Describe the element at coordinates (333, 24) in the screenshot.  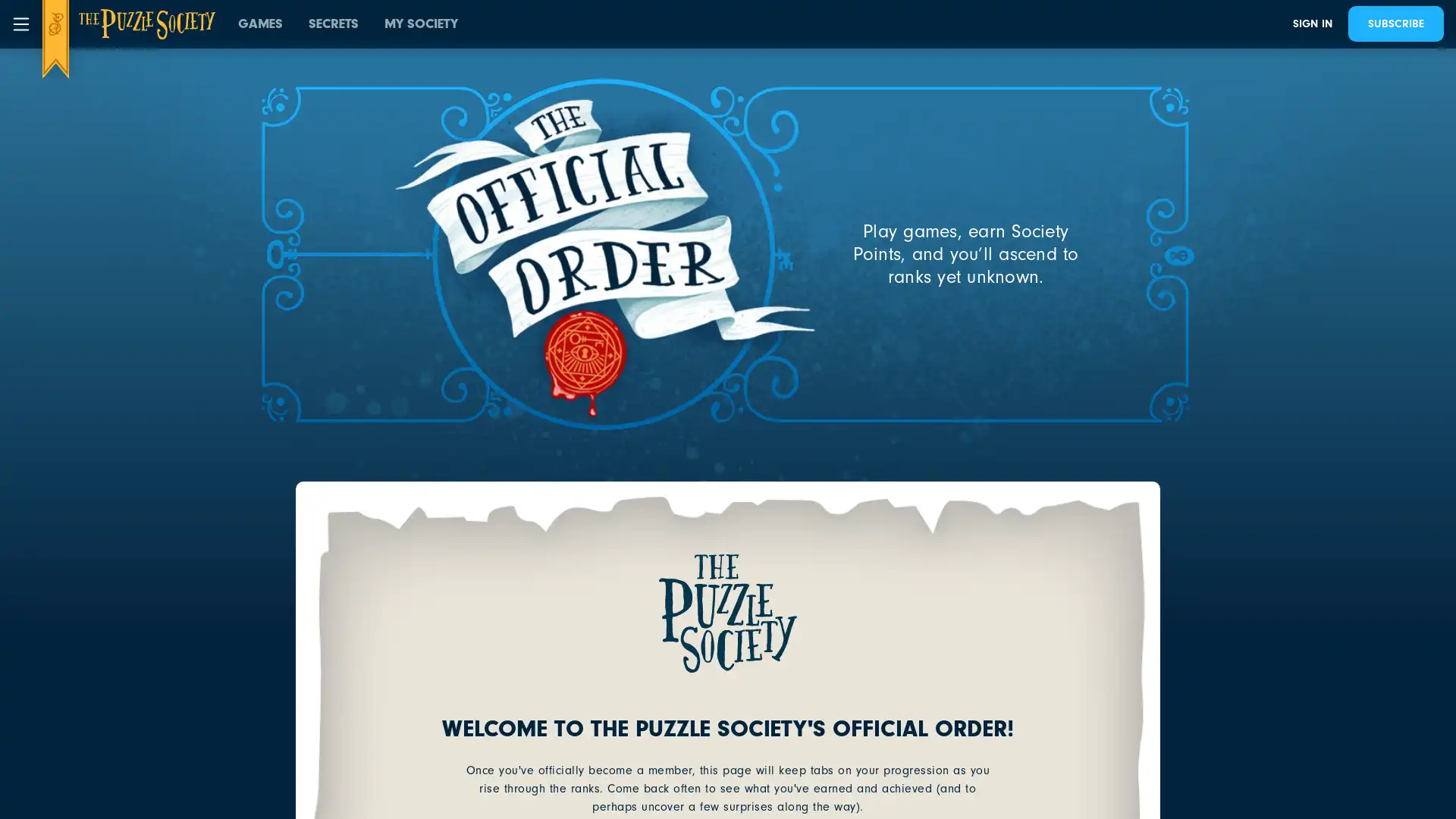
I see `SECRETS` at that location.